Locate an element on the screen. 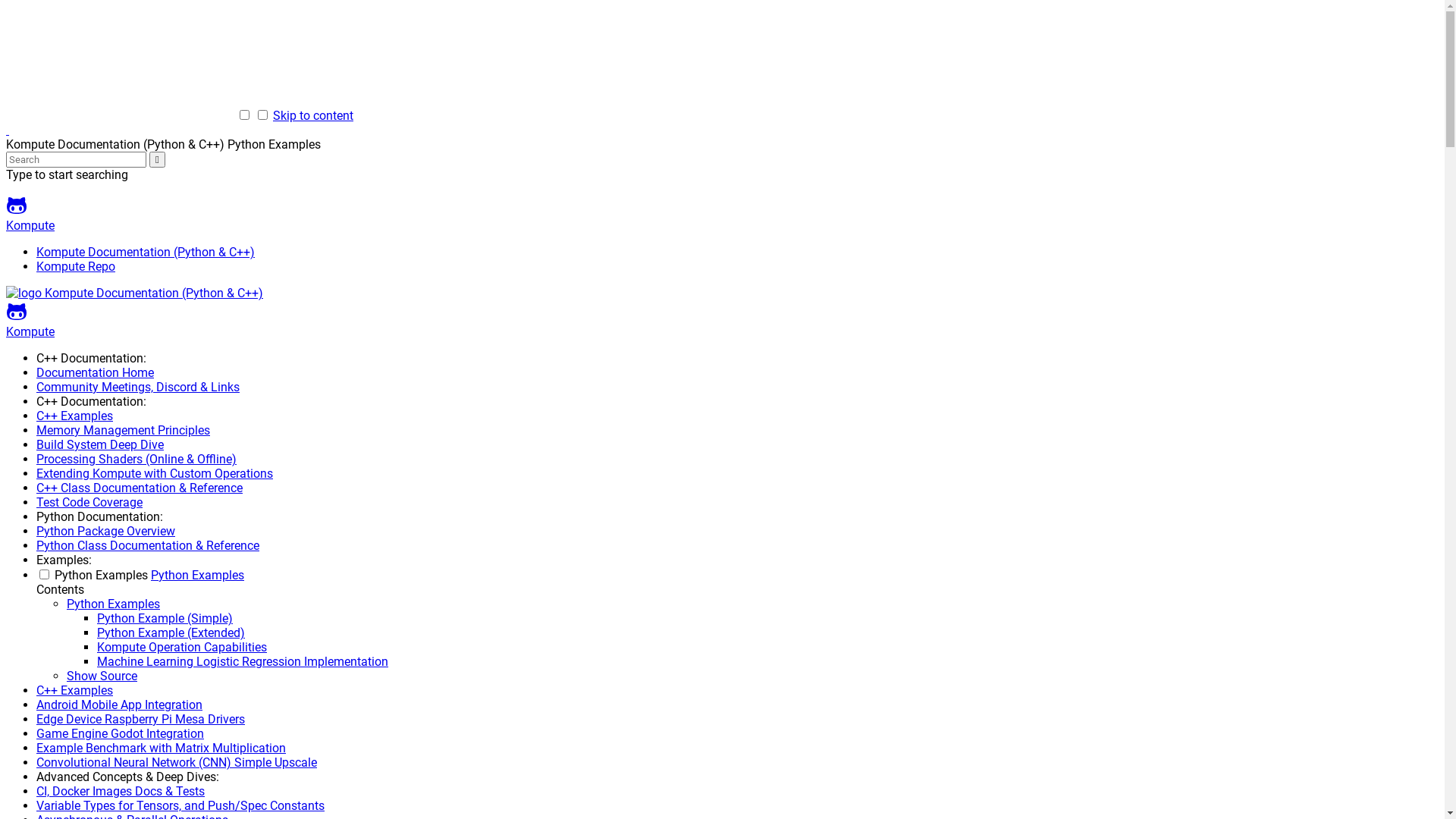  'Test Code Coverage' is located at coordinates (89, 502).